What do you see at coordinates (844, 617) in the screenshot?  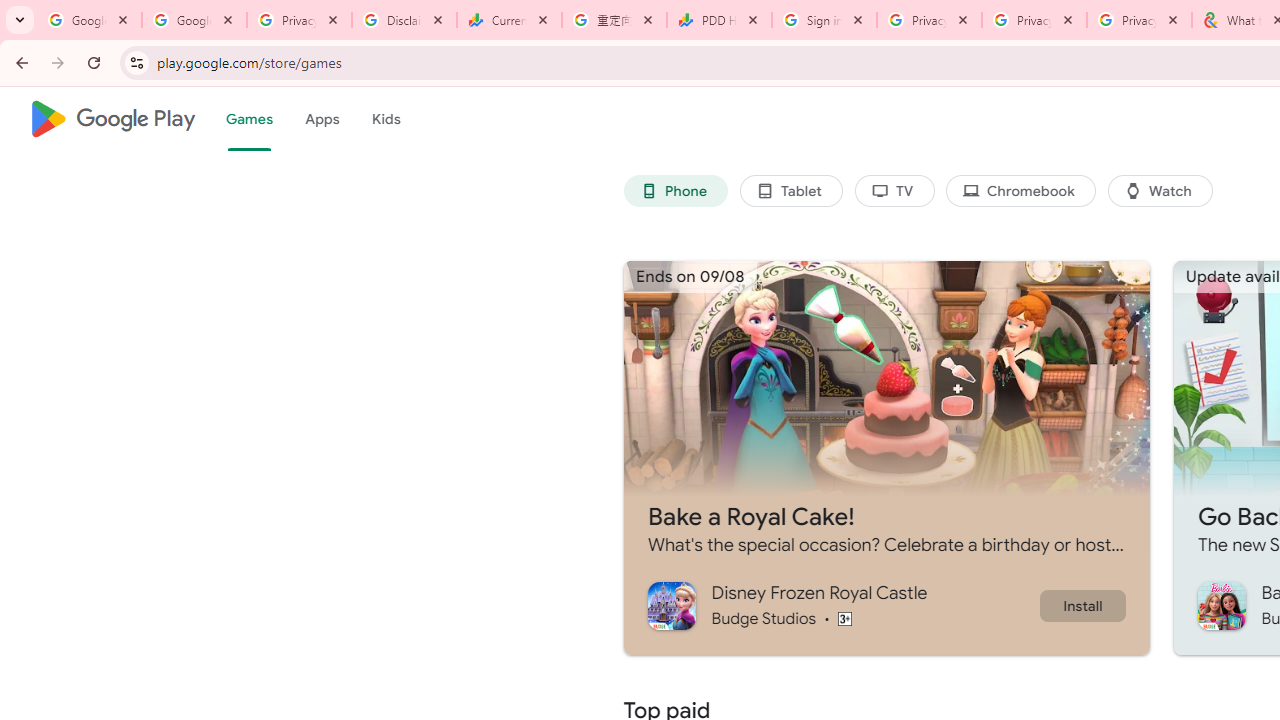 I see `'Content rating Rated for 3+'` at bounding box center [844, 617].